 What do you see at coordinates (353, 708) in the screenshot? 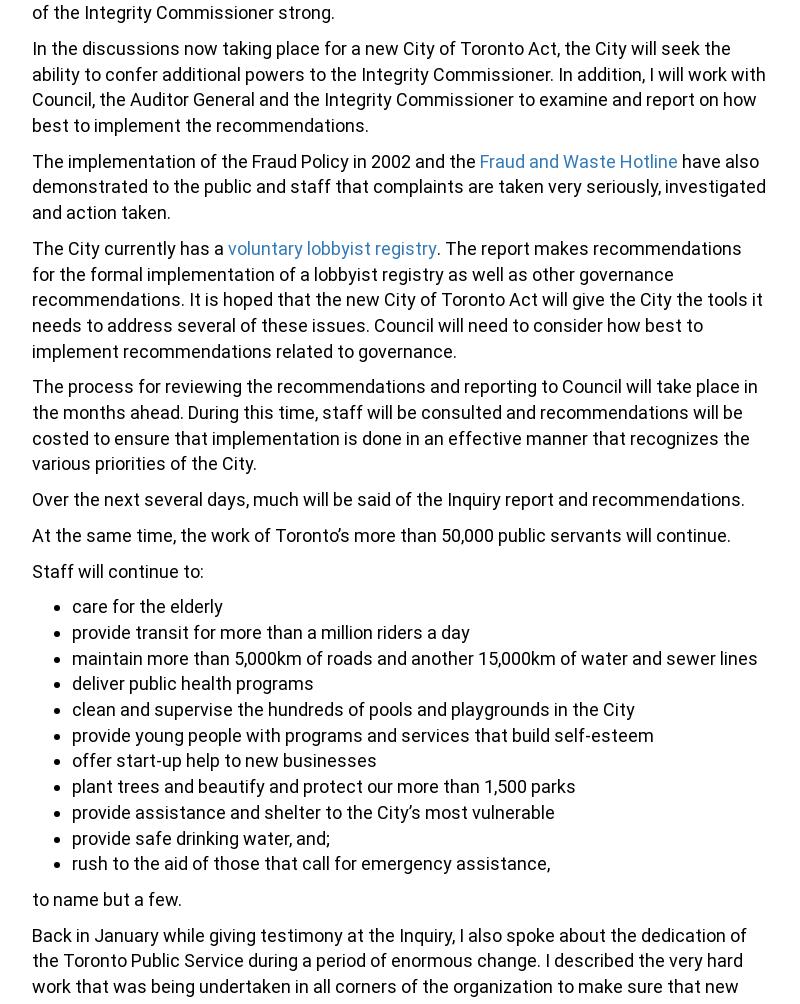
I see `'clean and supervise the hundreds of pools and playgrounds in the City'` at bounding box center [353, 708].